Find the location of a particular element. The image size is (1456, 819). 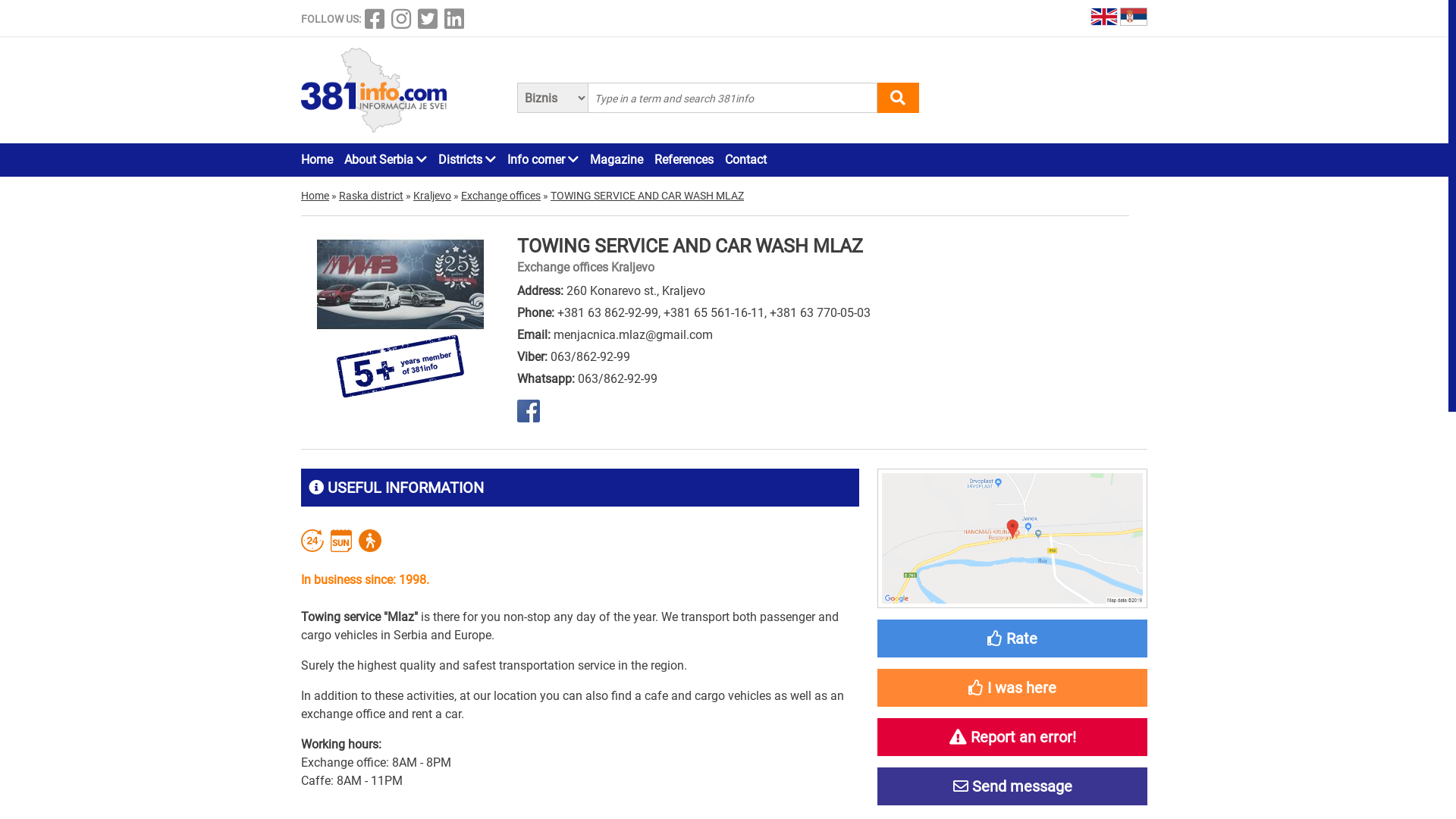

'+381 63 770-05-03' is located at coordinates (769, 312).